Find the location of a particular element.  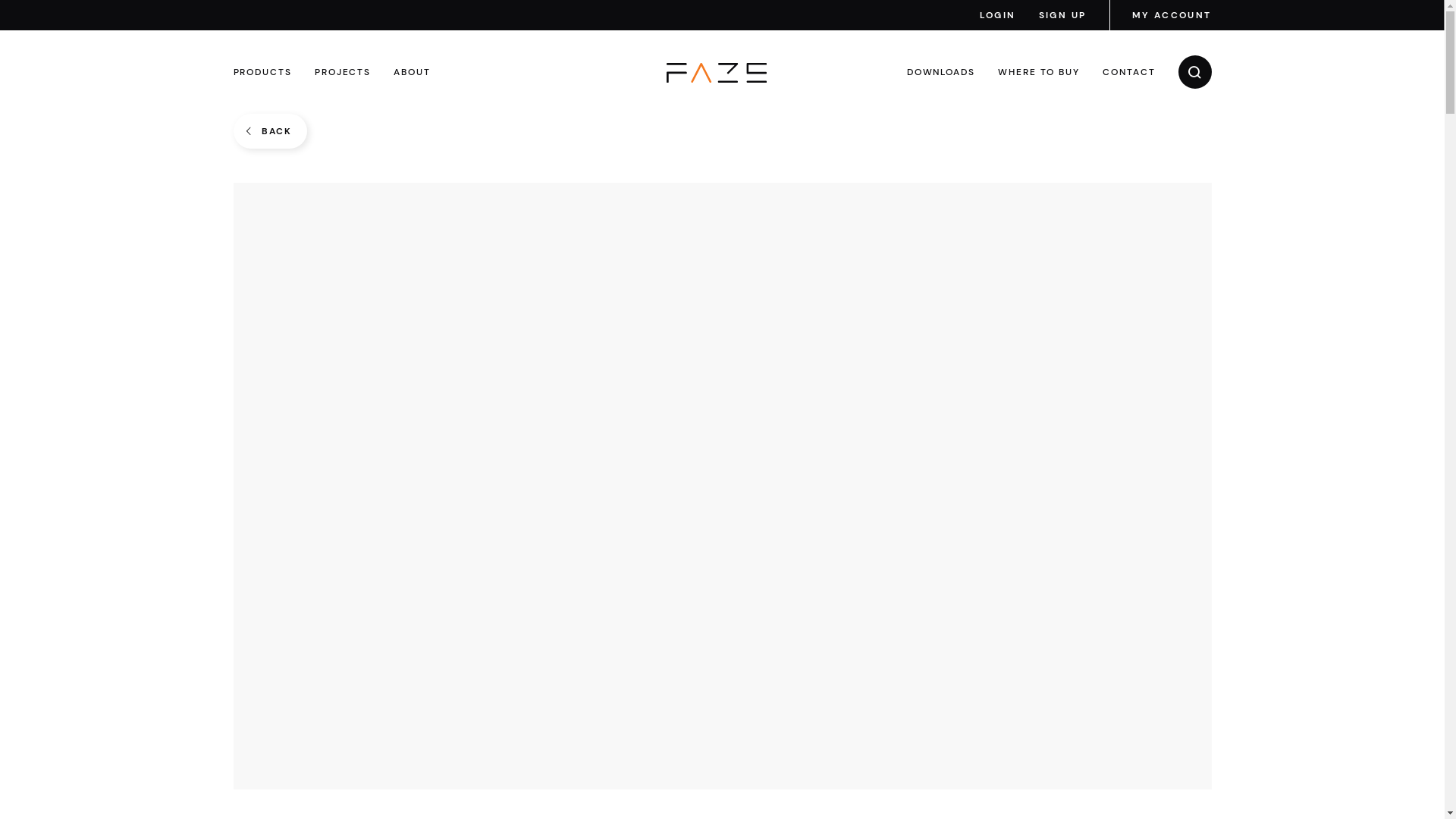

'PROJECTS' is located at coordinates (341, 72).